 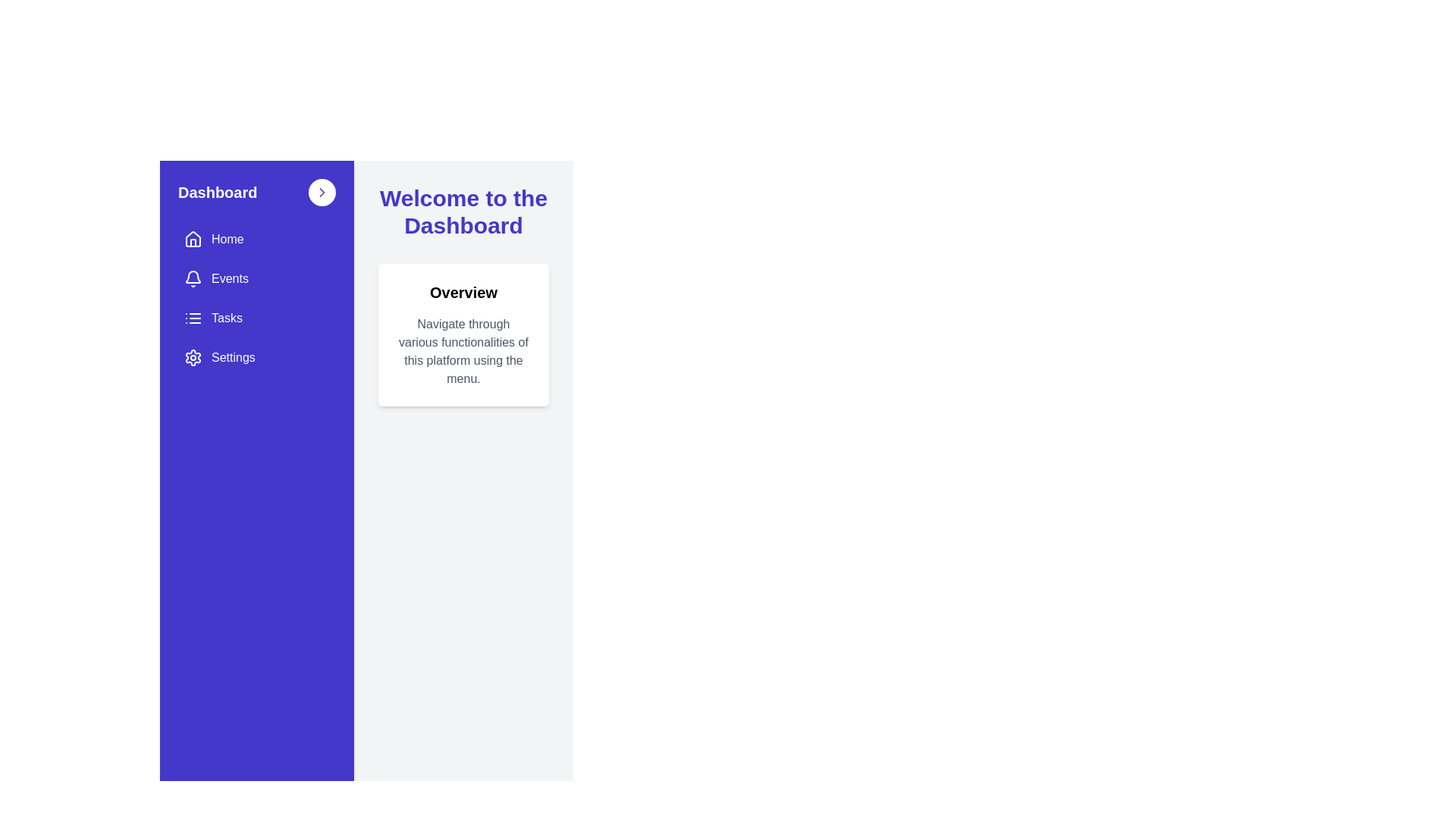 What do you see at coordinates (322, 192) in the screenshot?
I see `the small circular button with a white background and a blue chevron pointing to the right, located on the far-right side next to the 'Dashboard' title` at bounding box center [322, 192].